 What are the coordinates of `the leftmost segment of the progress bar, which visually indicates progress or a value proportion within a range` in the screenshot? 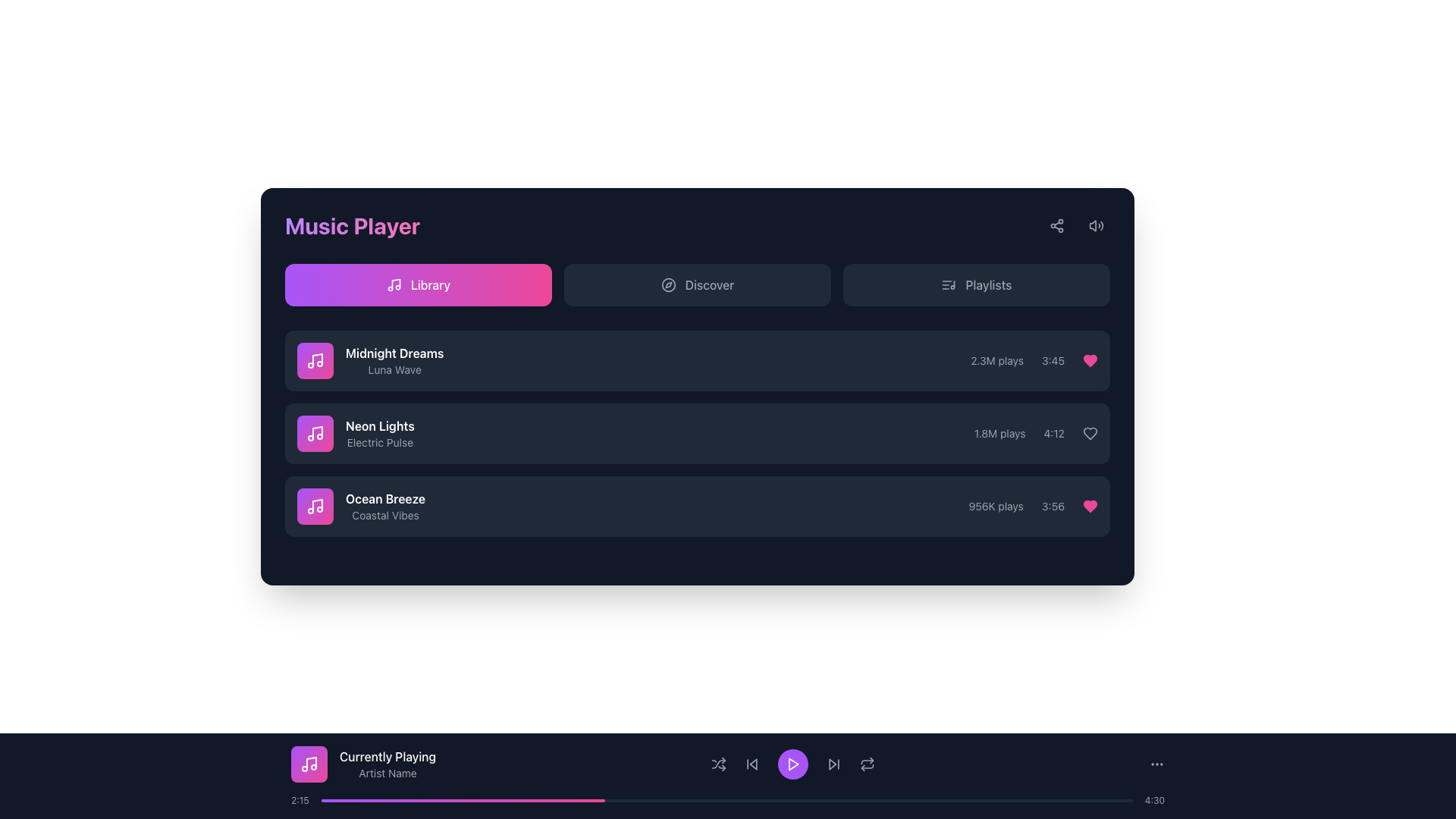 It's located at (462, 800).